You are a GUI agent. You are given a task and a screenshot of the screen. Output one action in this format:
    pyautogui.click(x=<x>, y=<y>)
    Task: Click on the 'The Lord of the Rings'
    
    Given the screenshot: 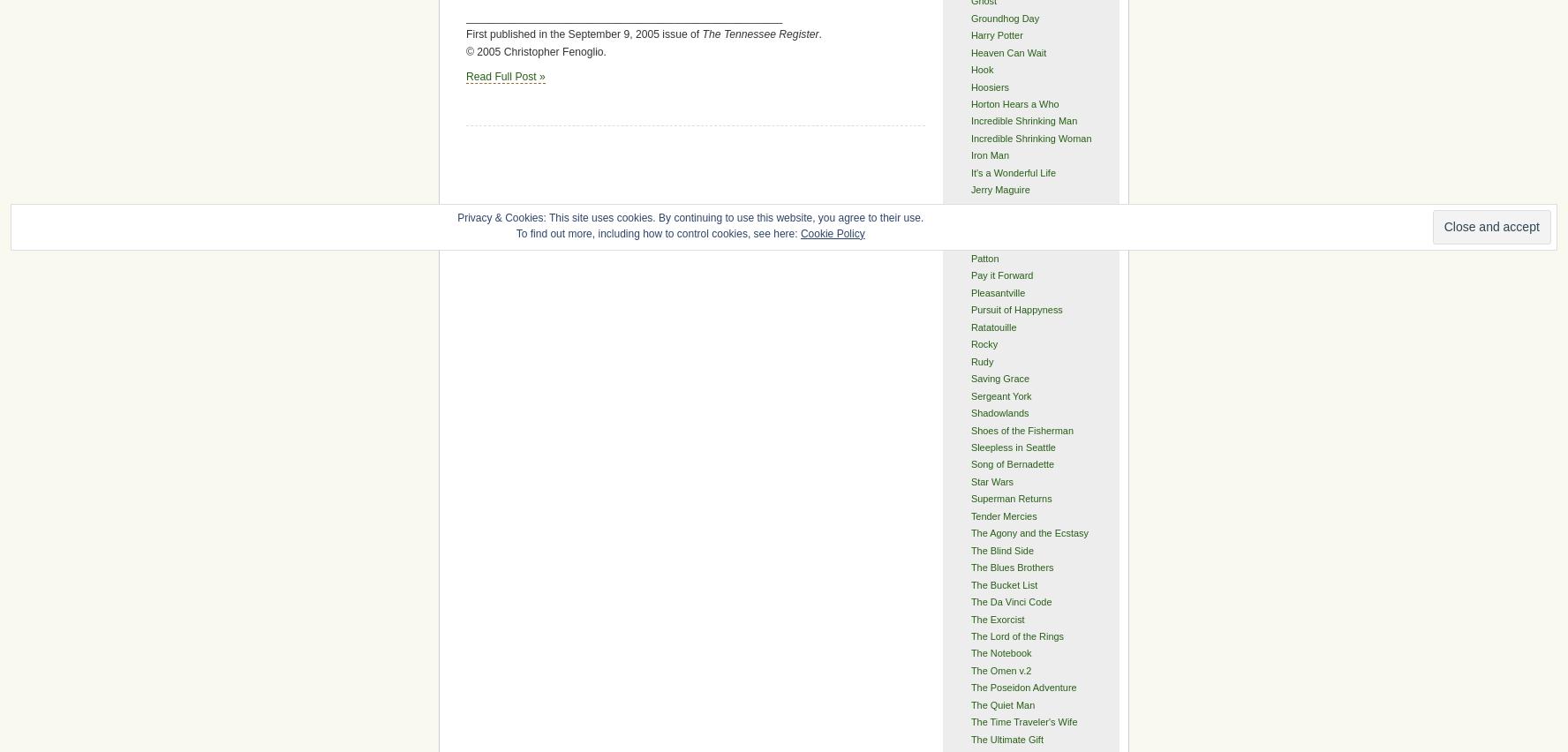 What is the action you would take?
    pyautogui.click(x=969, y=635)
    